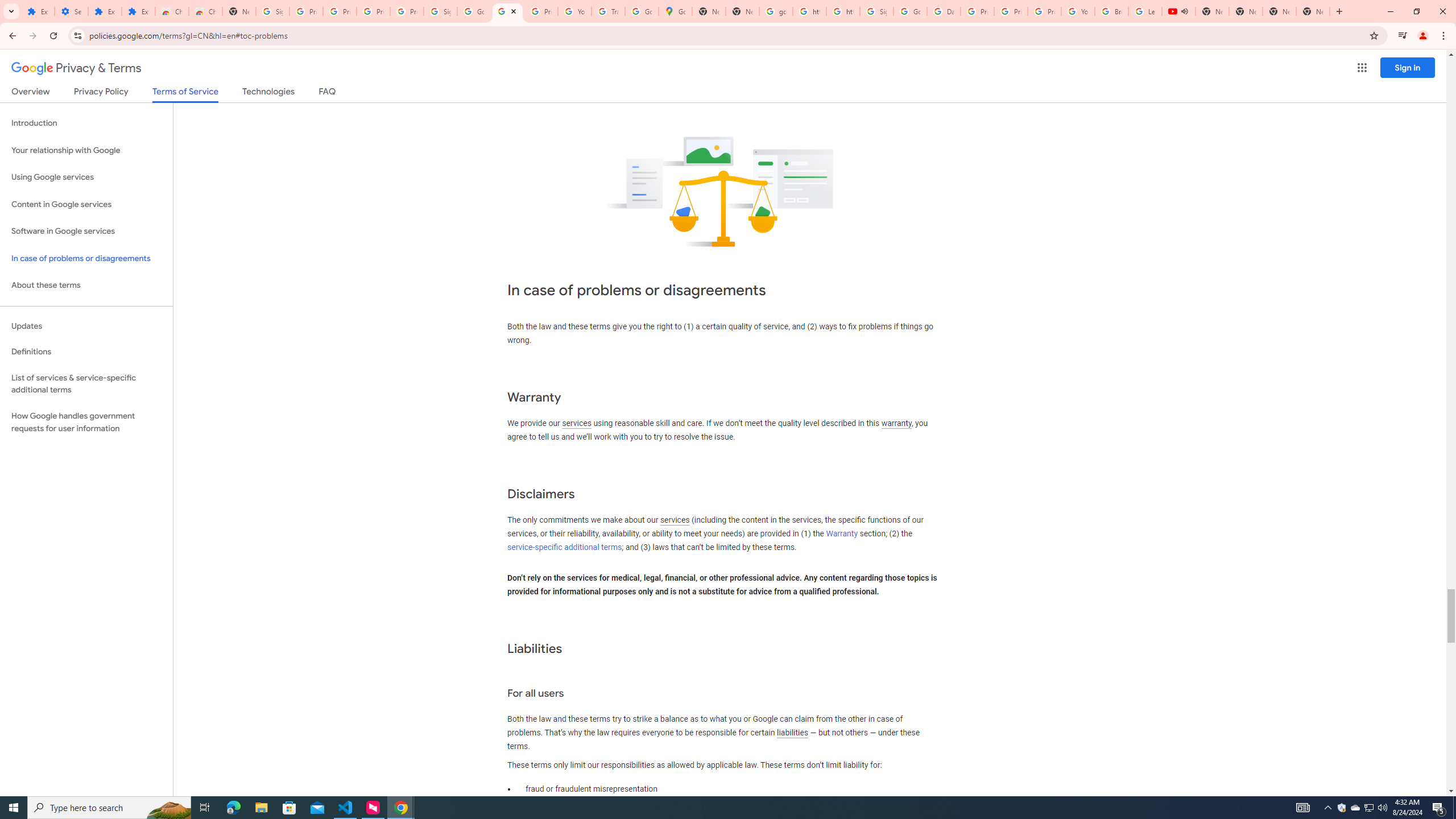 The height and width of the screenshot is (819, 1456). Describe the element at coordinates (564, 547) in the screenshot. I see `'service-specific additional terms'` at that location.